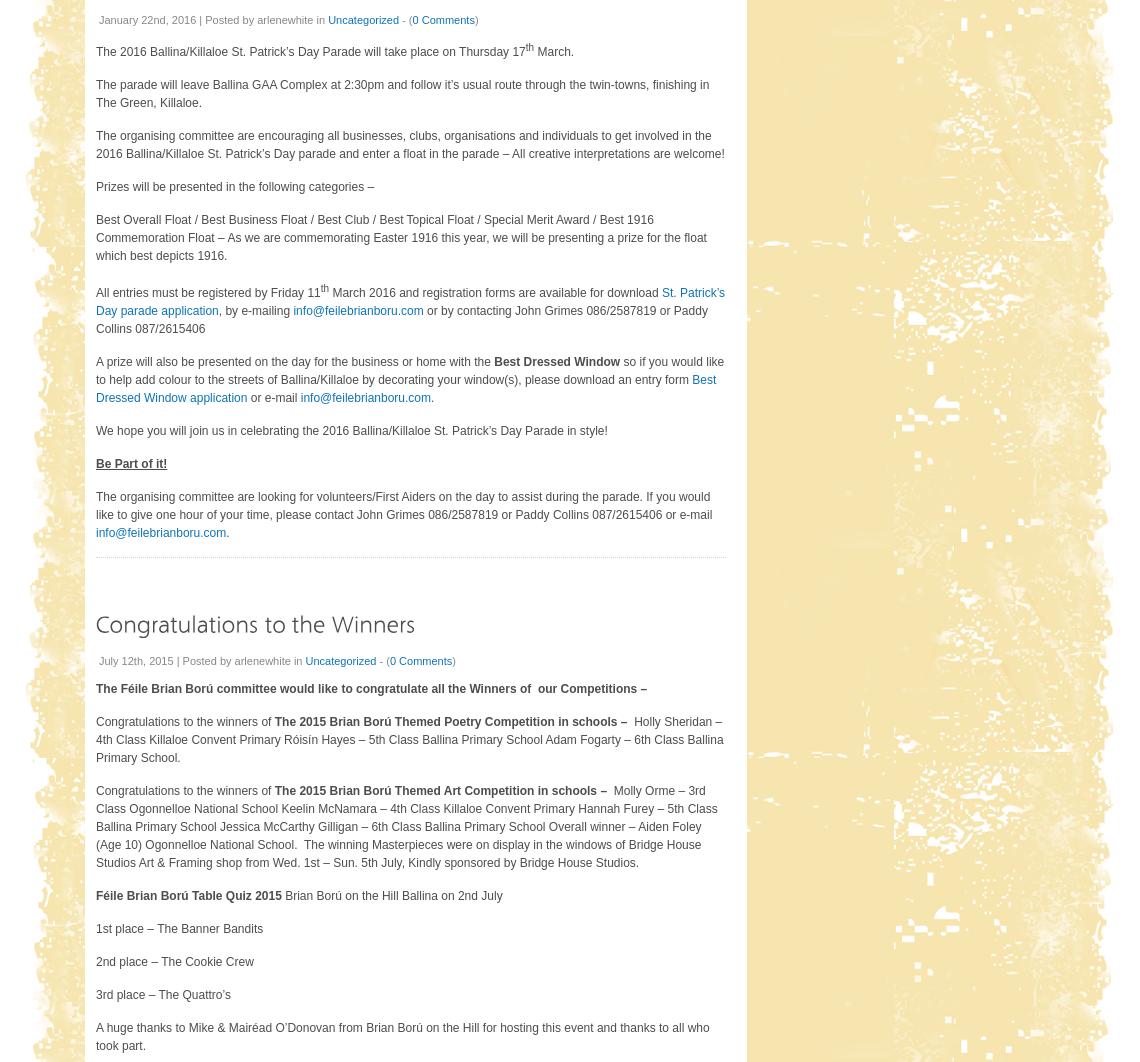 This screenshot has height=1062, width=1140. I want to click on 'Holly Sheridan – 4th Class Killaloe Convent Primary Róisín Hayes – 5th Class Ballina Primary School Adam Fogarty – 6th Class Ballina Primary School.', so click(408, 739).